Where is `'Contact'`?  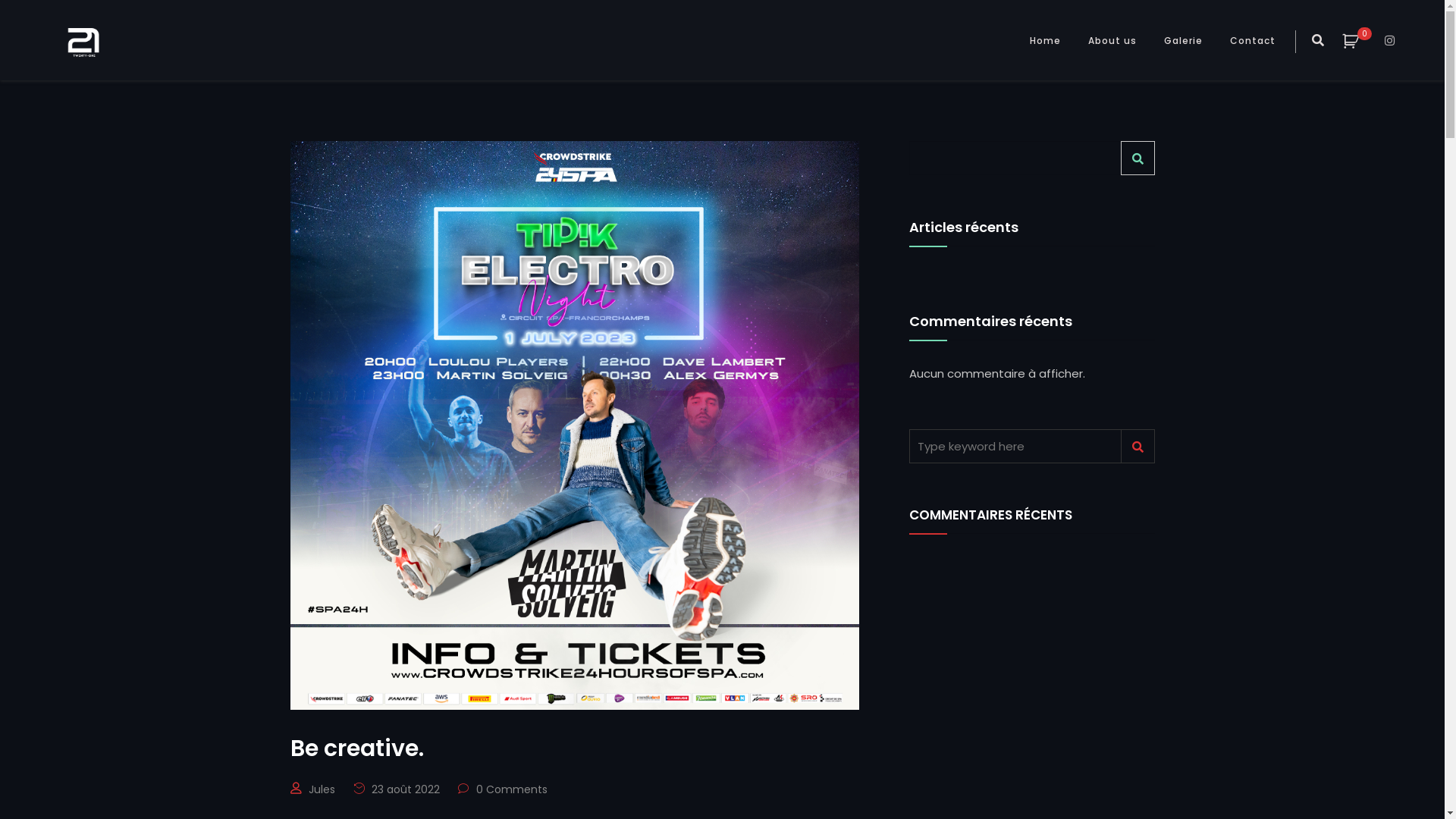
'Contact' is located at coordinates (1216, 39).